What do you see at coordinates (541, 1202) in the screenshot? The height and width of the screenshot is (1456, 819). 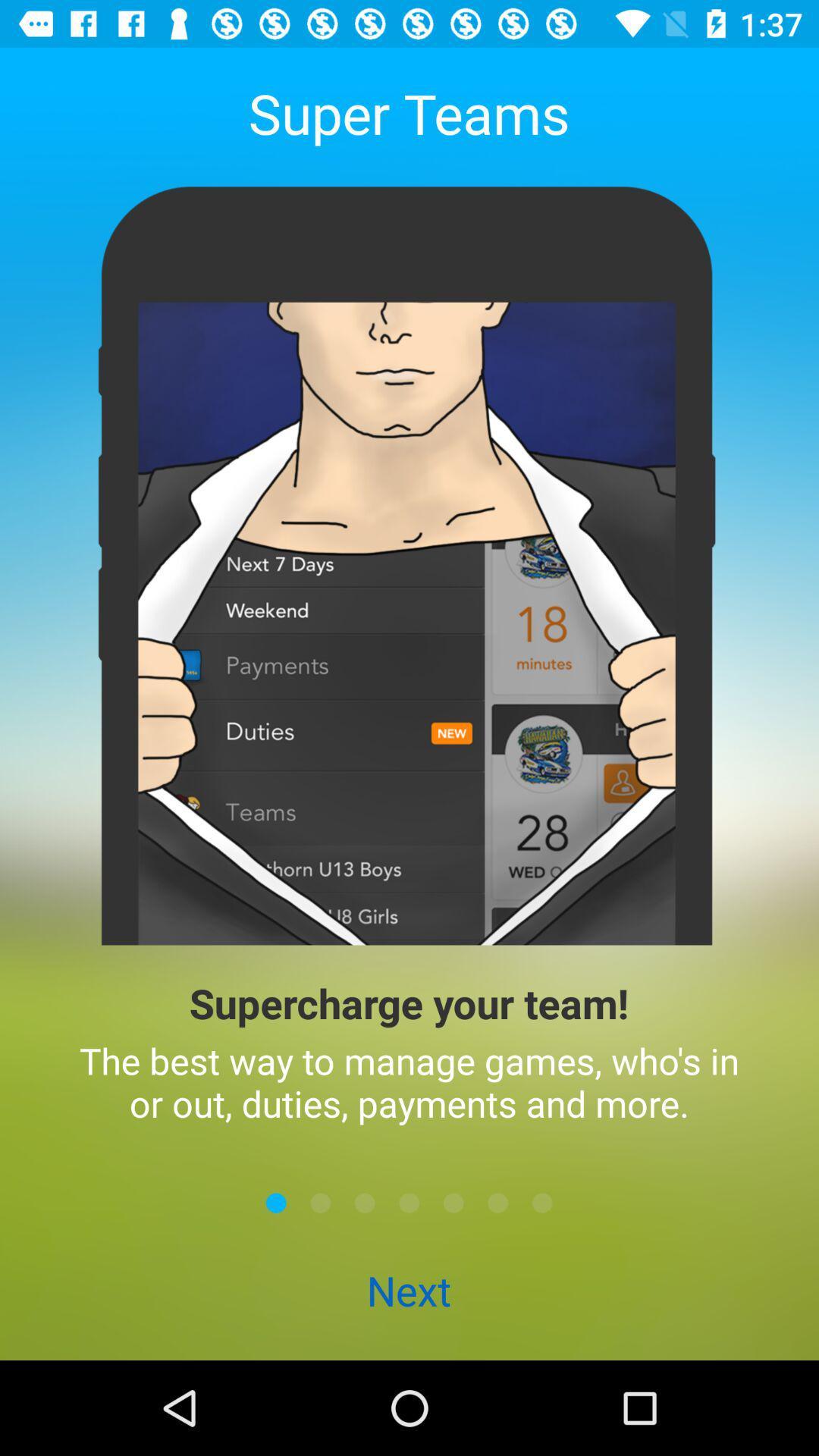 I see `icon above next item` at bounding box center [541, 1202].